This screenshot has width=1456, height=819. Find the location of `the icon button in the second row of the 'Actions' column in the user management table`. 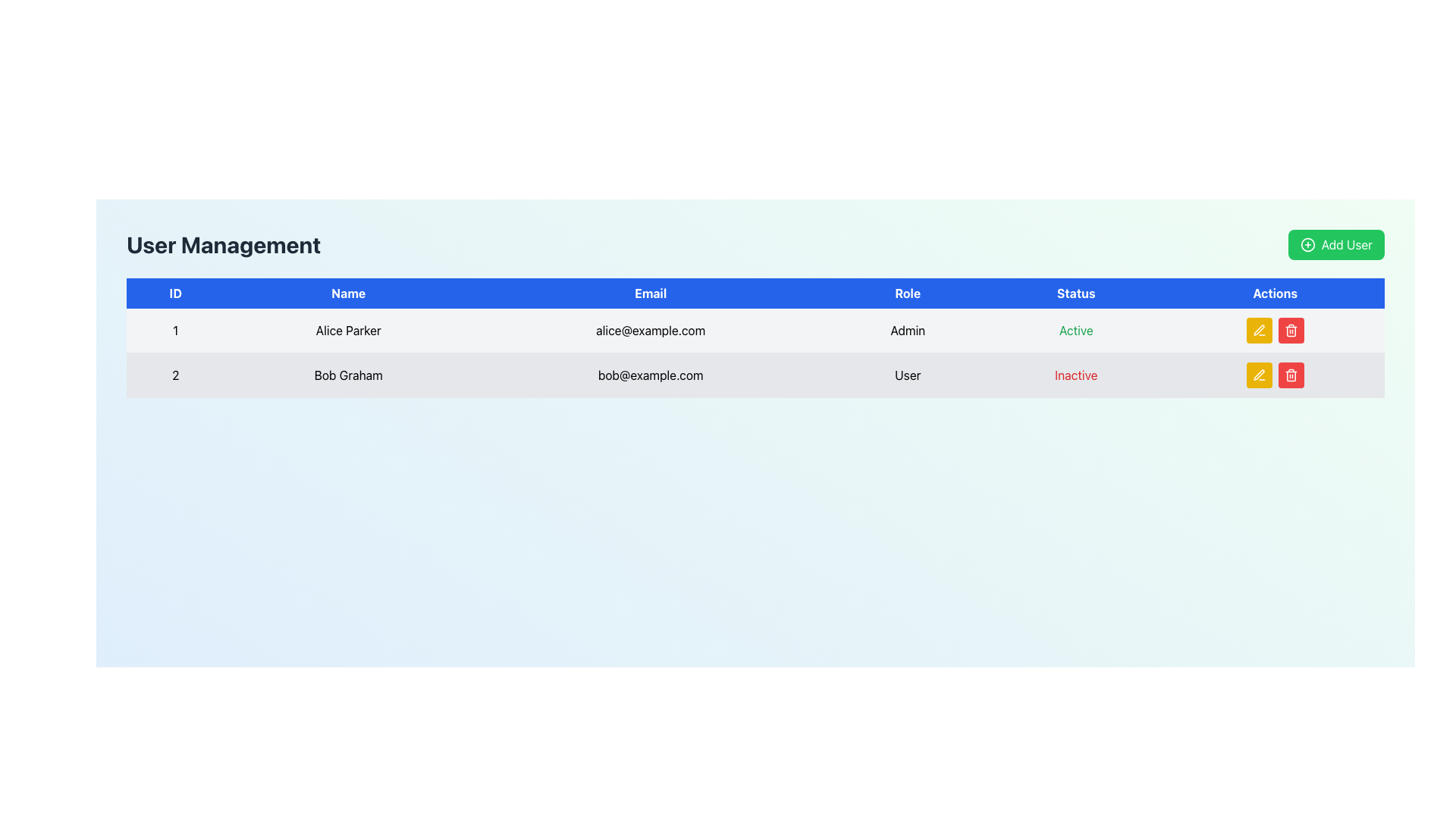

the icon button in the second row of the 'Actions' column in the user management table is located at coordinates (1259, 329).